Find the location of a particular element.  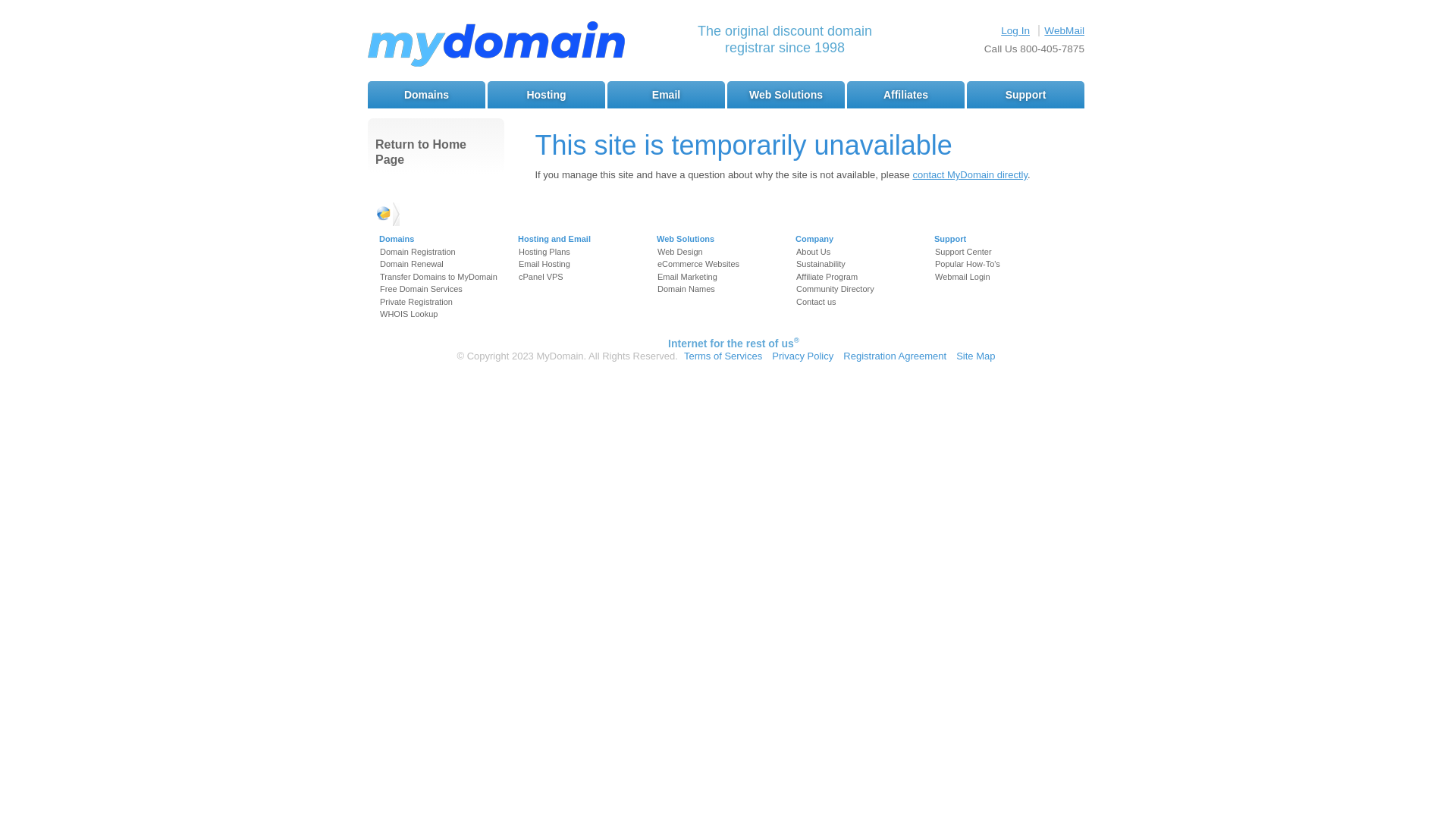

'WebMail' is located at coordinates (1063, 30).